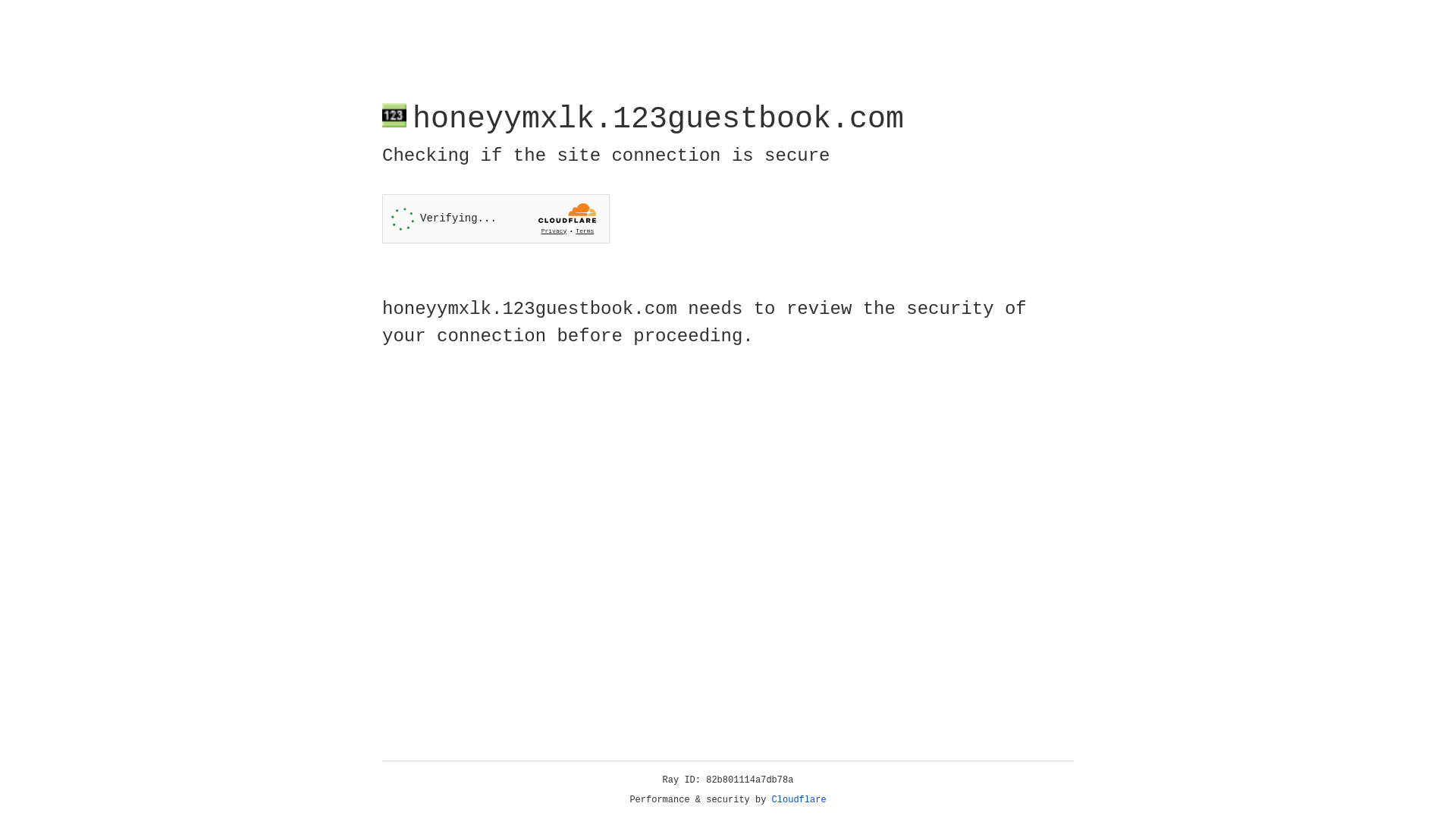  Describe the element at coordinates (799, 799) in the screenshot. I see `'Cloudflare'` at that location.